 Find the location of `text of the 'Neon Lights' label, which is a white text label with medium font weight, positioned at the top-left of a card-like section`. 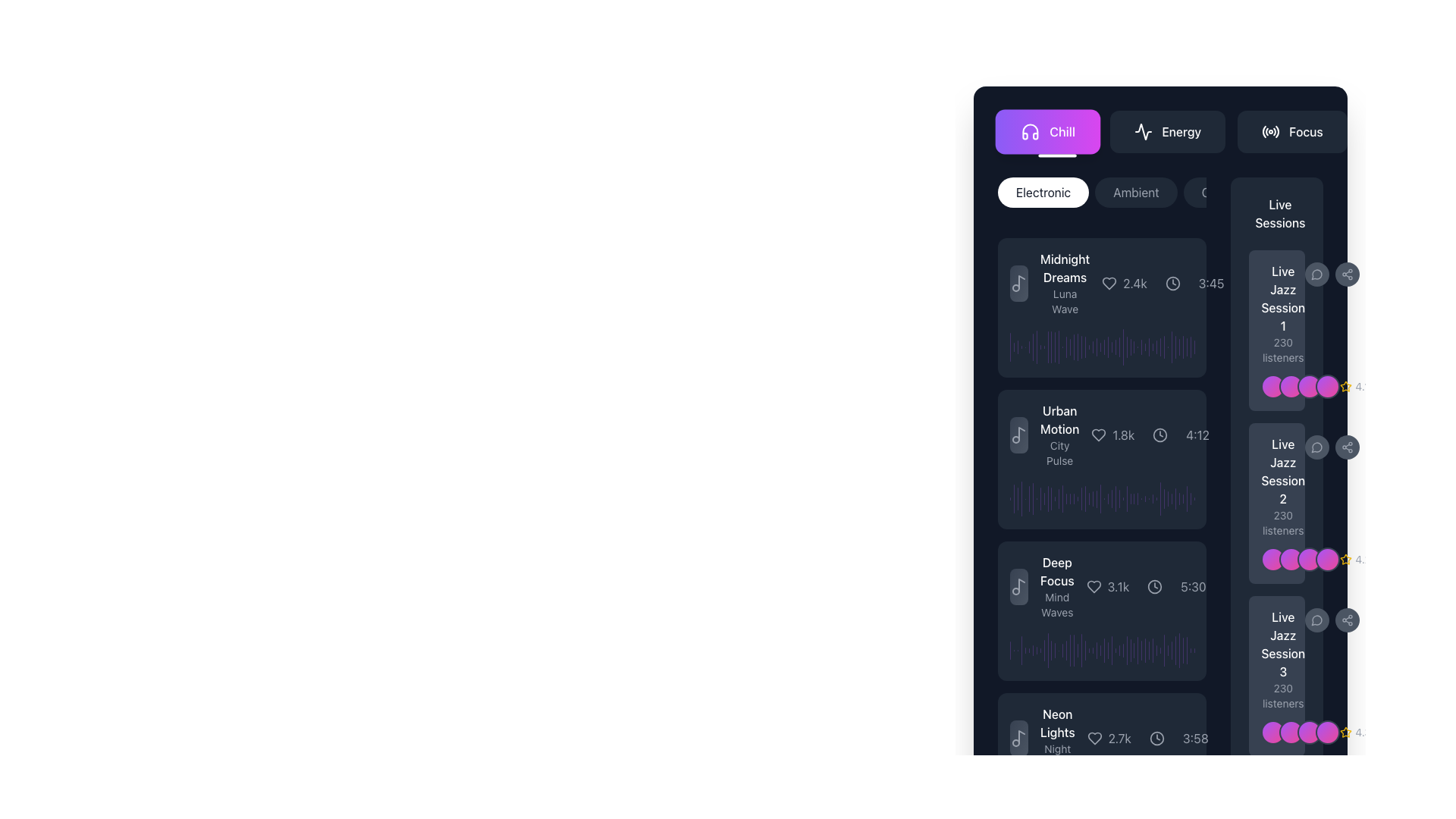

text of the 'Neon Lights' label, which is a white text label with medium font weight, positioned at the top-left of a card-like section is located at coordinates (1056, 722).